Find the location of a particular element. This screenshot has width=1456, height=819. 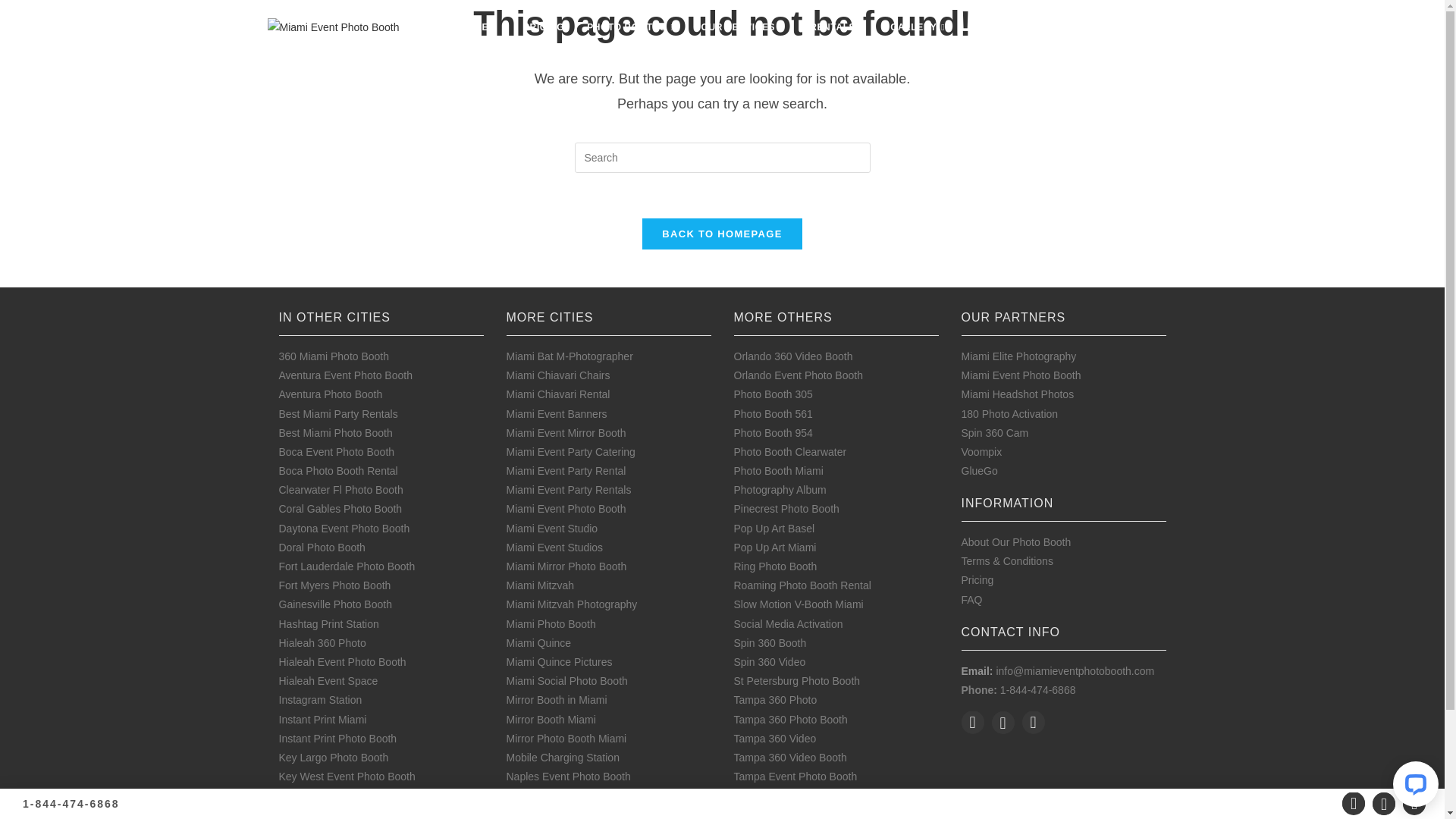

'Miami Event Mirror Booth' is located at coordinates (566, 432).